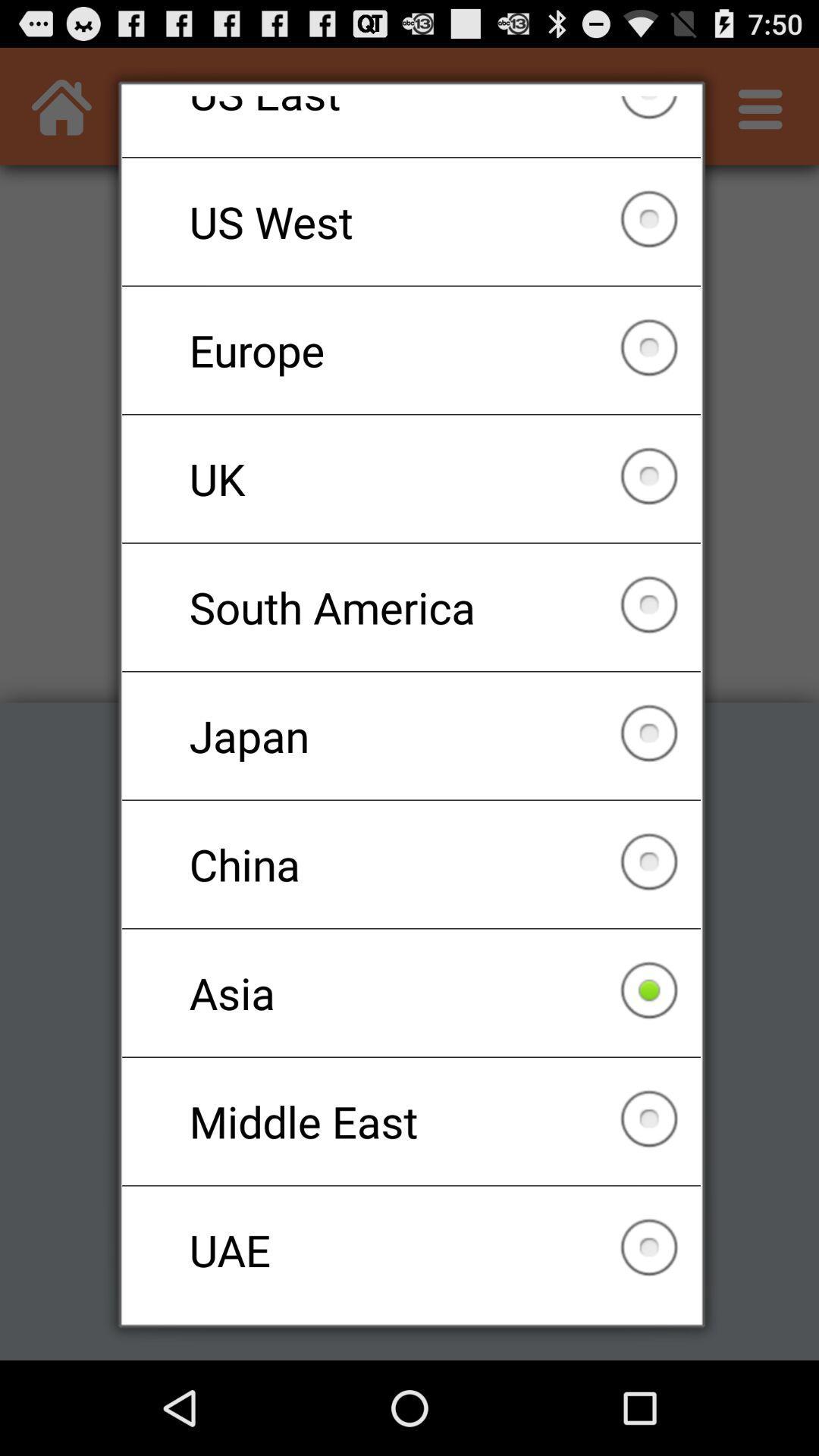 This screenshot has height=1456, width=819. Describe the element at coordinates (411, 478) in the screenshot. I see `uk icon` at that location.